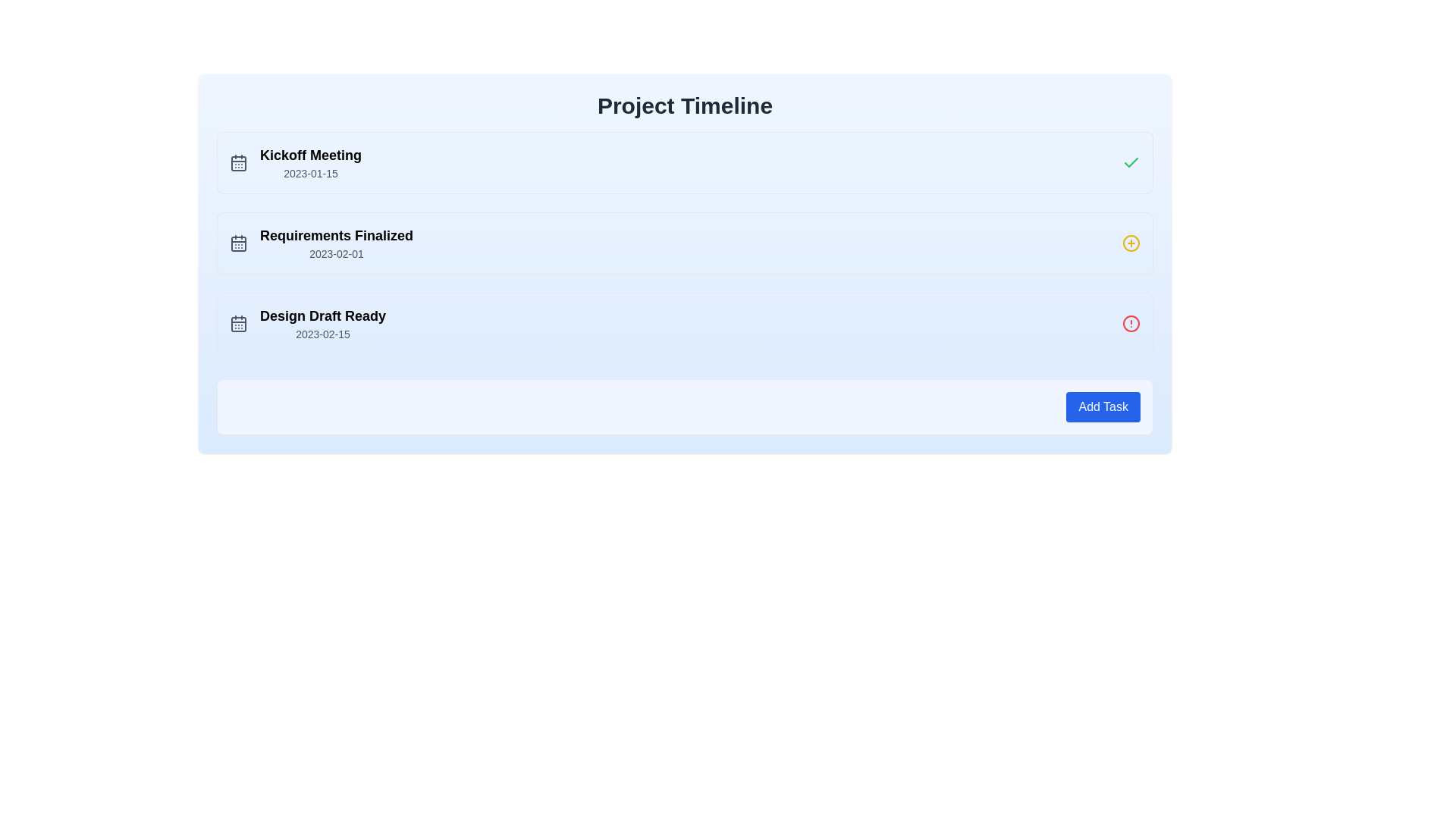  What do you see at coordinates (320, 242) in the screenshot?
I see `the text-based label indicating the milestone for the finalized requirements on February 1, 2023, which is the second entry in the timeline interface` at bounding box center [320, 242].